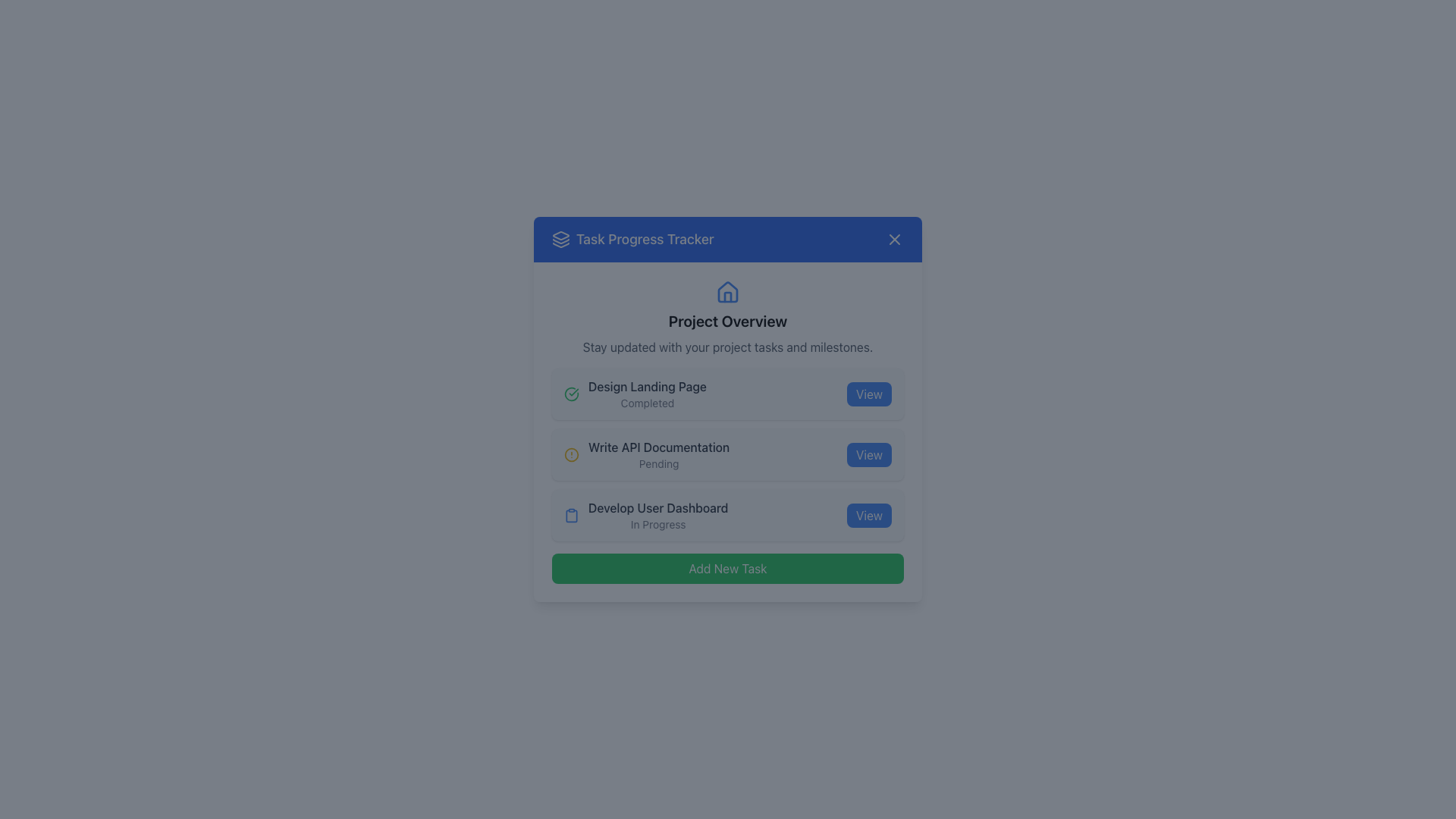 The height and width of the screenshot is (819, 1456). What do you see at coordinates (869, 454) in the screenshot?
I see `the rounded rectangular blue button labeled 'View'` at bounding box center [869, 454].